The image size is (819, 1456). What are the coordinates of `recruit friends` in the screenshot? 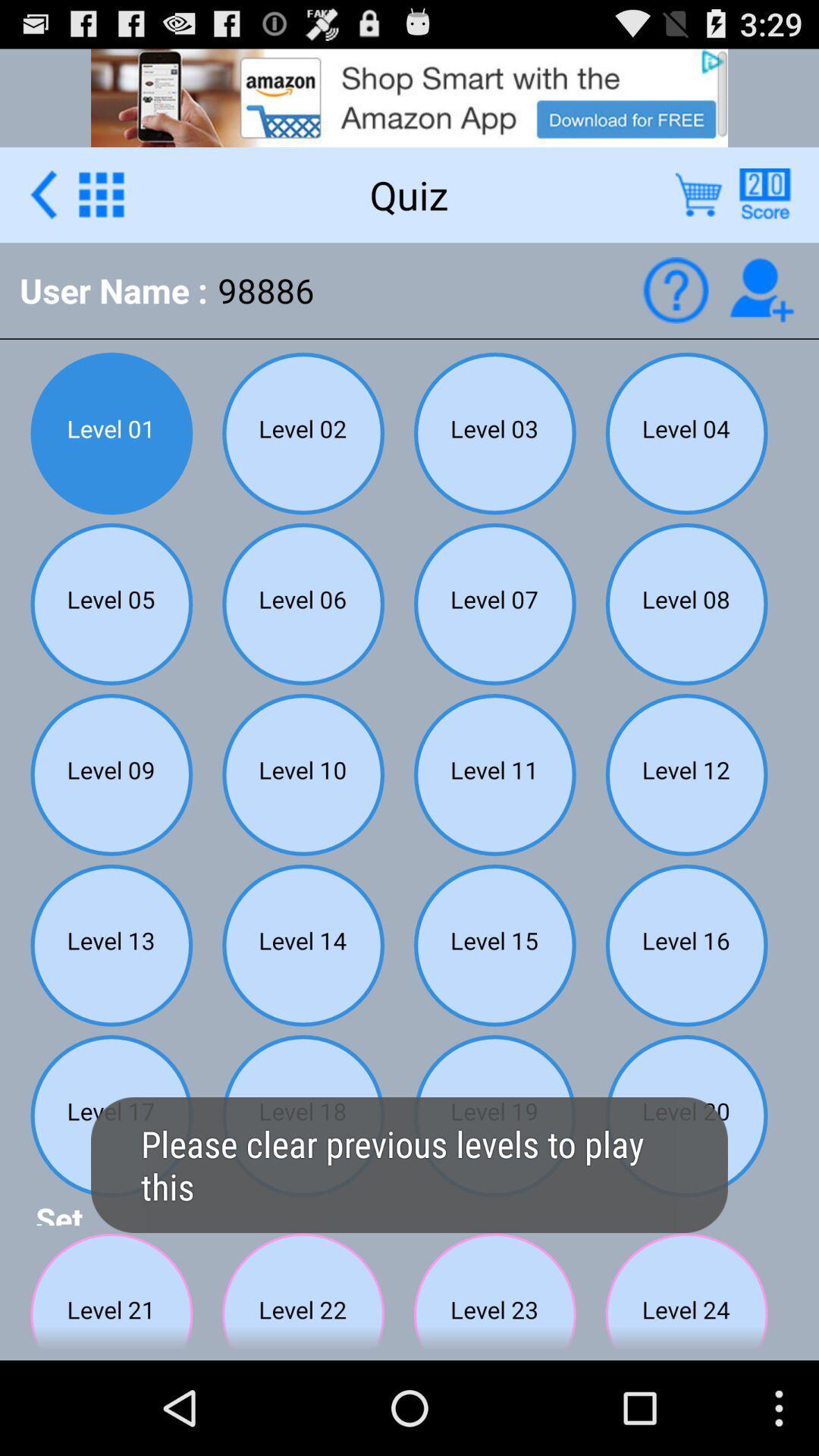 It's located at (761, 290).